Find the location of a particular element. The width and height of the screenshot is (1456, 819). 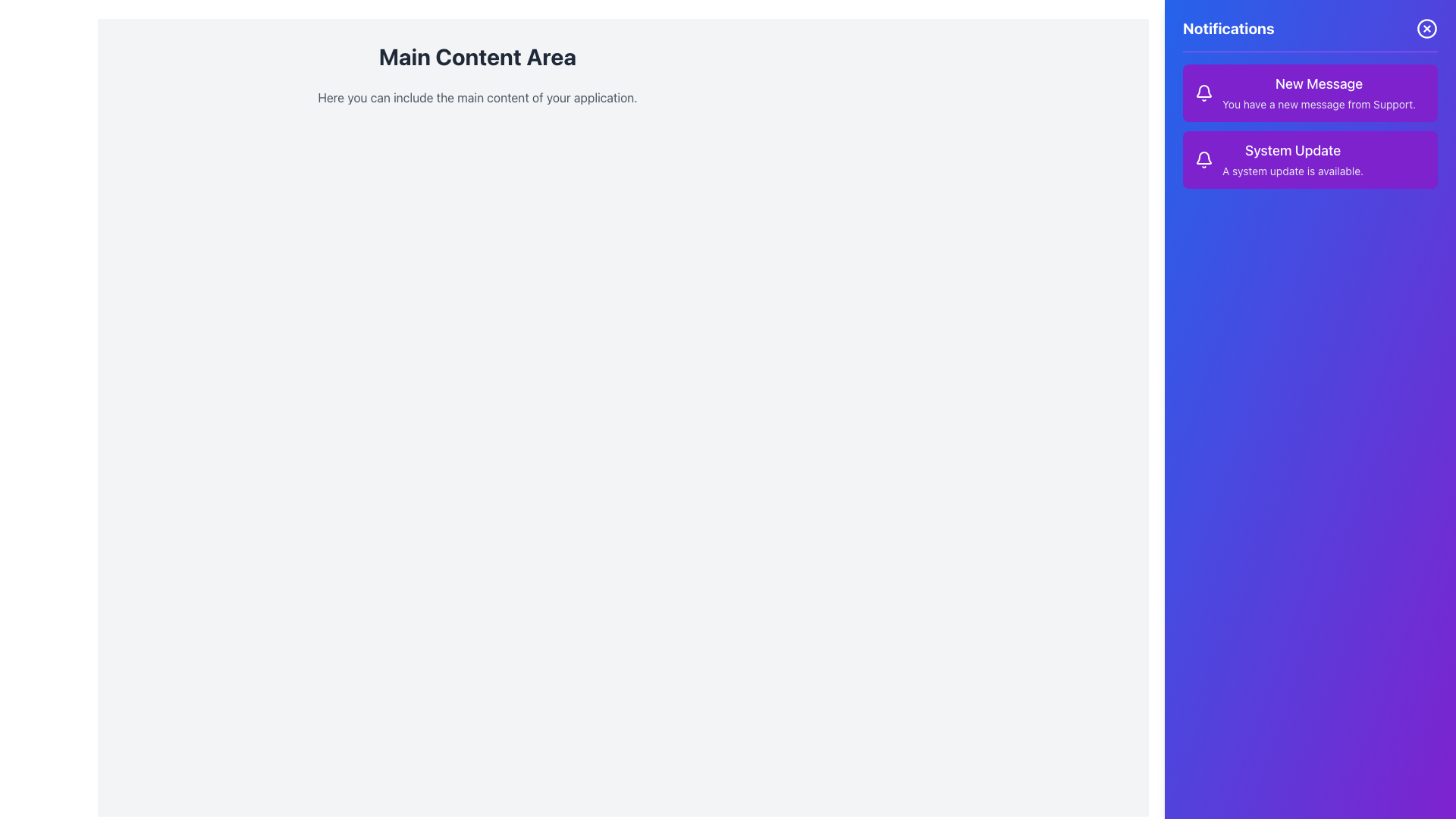

the bell icon located within the notification card at the top right of the notification panel, which serves as the visual indicator for 'New Message' notifications is located at coordinates (1203, 93).